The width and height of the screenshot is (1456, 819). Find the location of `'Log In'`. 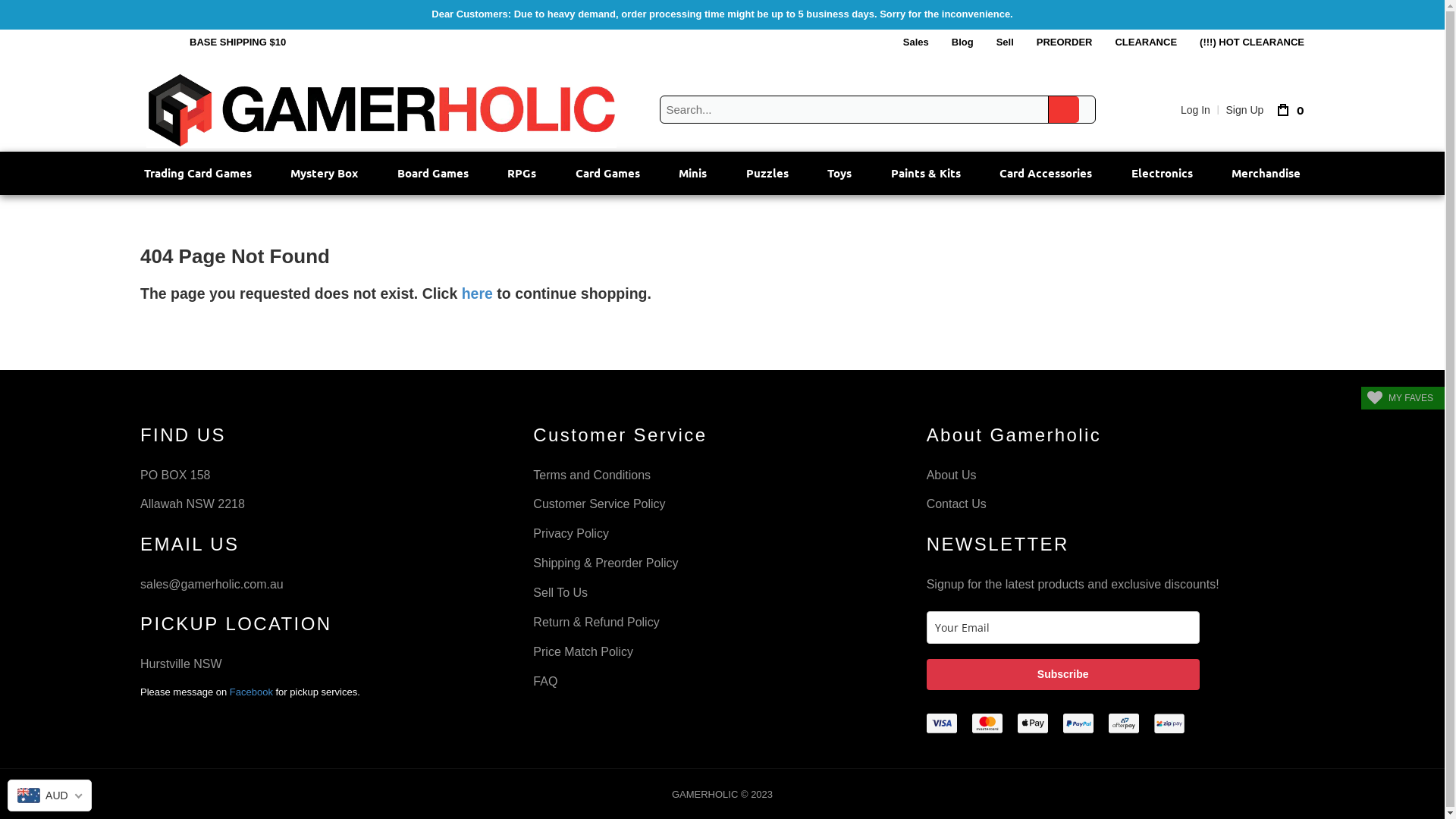

'Log In' is located at coordinates (1194, 109).